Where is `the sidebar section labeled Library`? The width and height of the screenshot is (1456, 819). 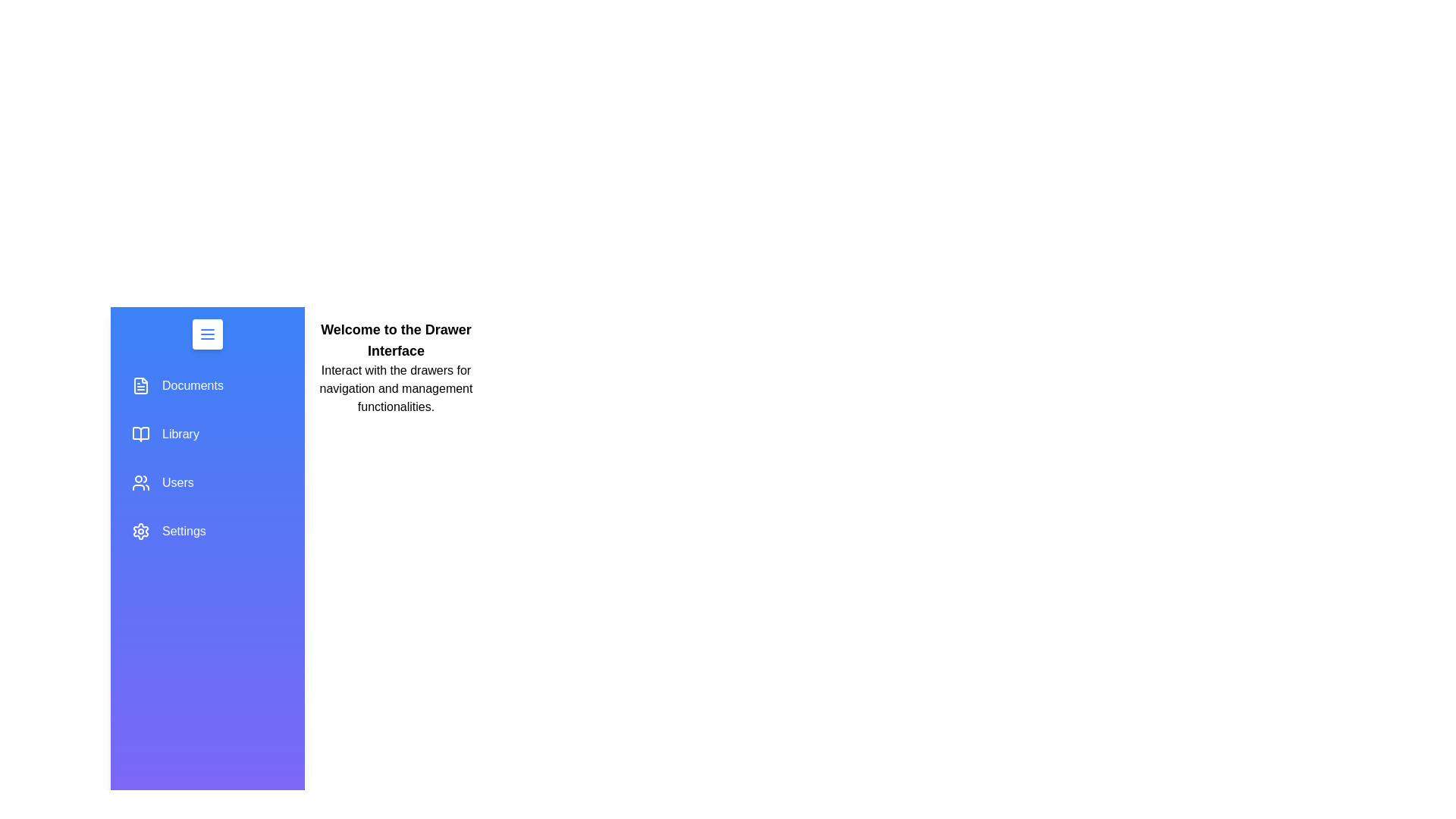
the sidebar section labeled Library is located at coordinates (206, 435).